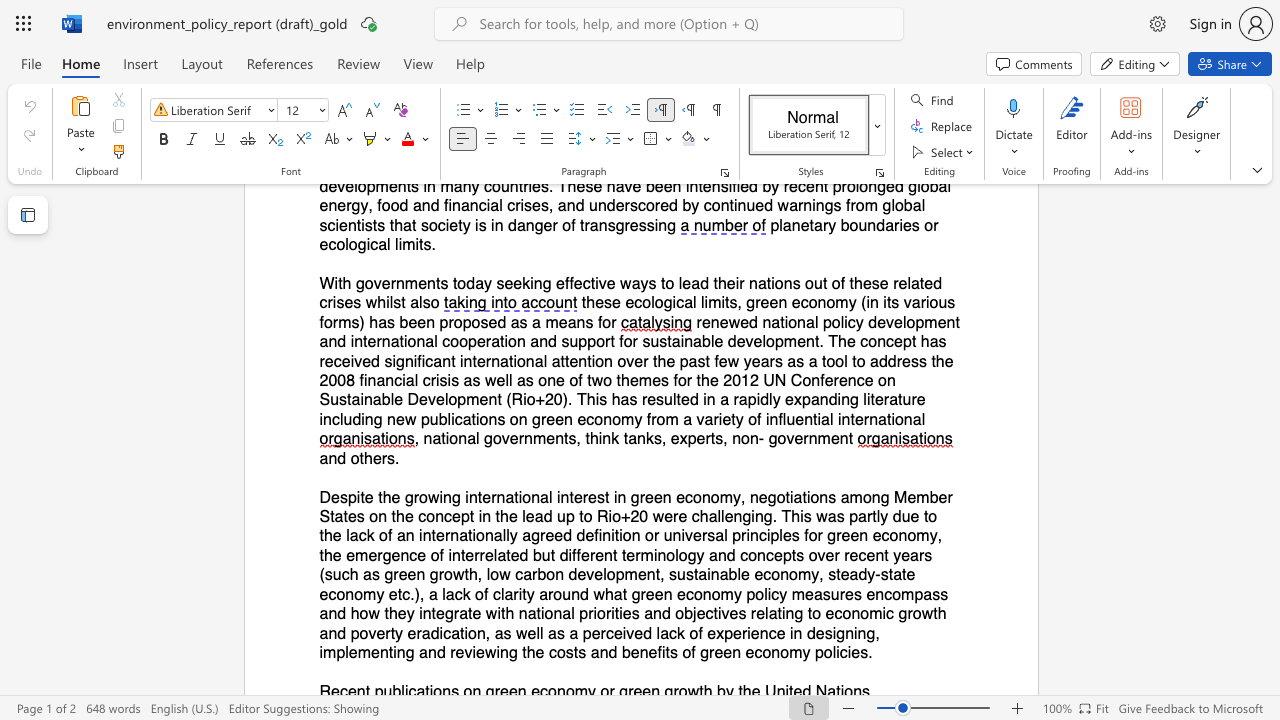  Describe the element at coordinates (776, 438) in the screenshot. I see `the subset text "overnment" within the text ", national governments, think tanks, experts, non‐ government"` at that location.